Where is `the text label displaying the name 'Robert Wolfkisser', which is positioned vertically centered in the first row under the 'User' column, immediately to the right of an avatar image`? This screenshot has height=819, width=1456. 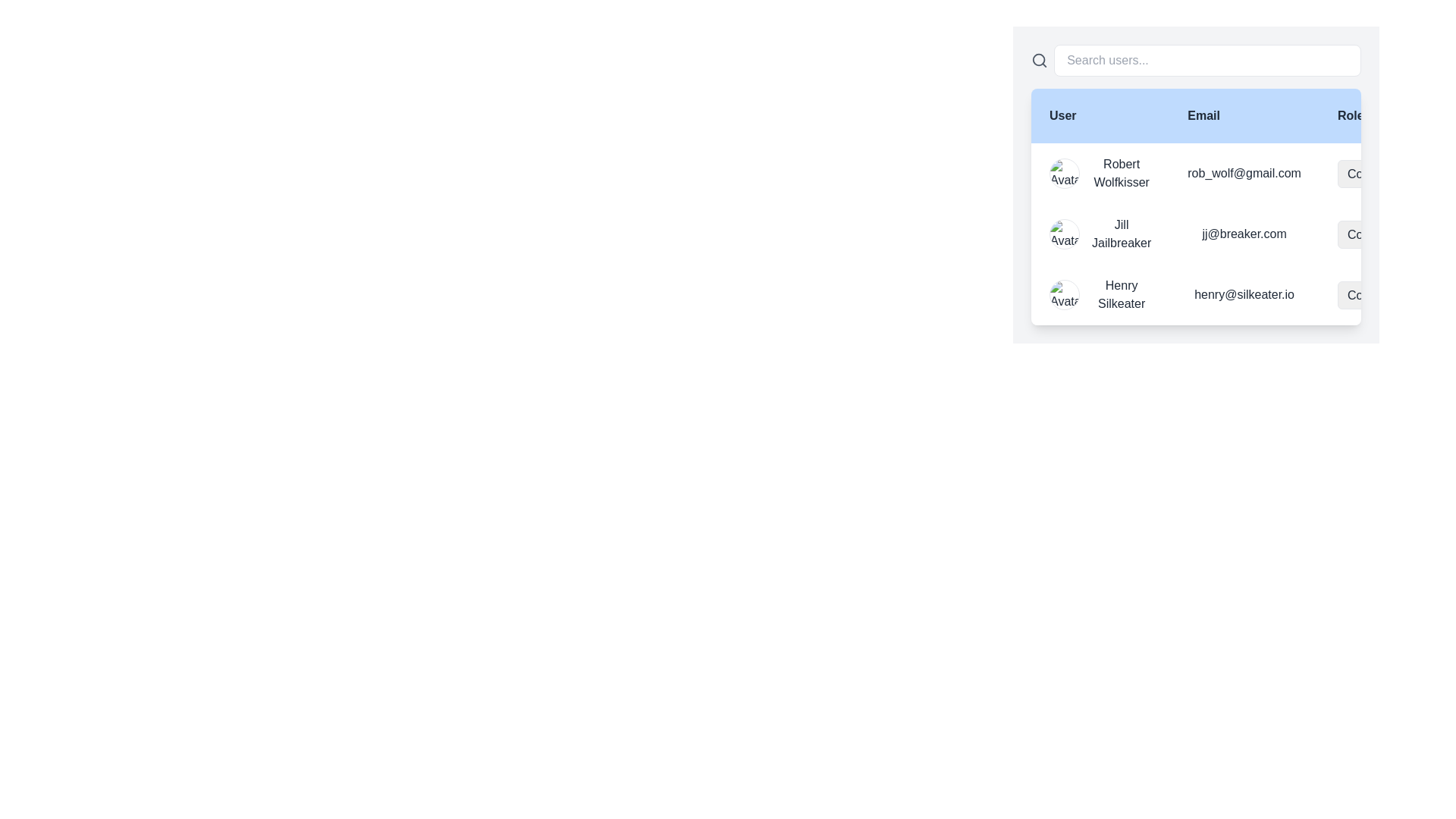
the text label displaying the name 'Robert Wolfkisser', which is positioned vertically centered in the first row under the 'User' column, immediately to the right of an avatar image is located at coordinates (1122, 172).